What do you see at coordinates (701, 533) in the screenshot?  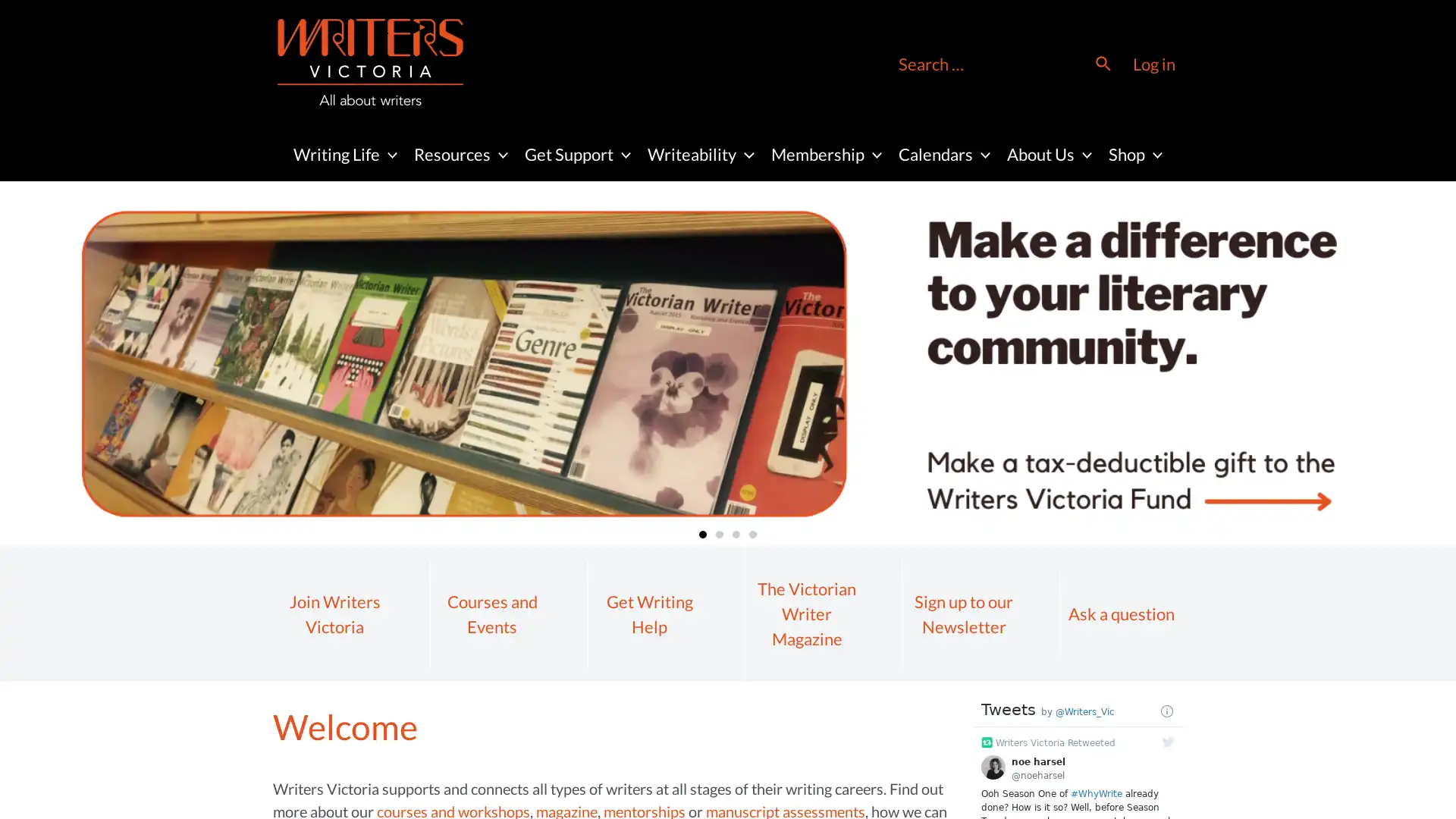 I see `Go to slide 1` at bounding box center [701, 533].